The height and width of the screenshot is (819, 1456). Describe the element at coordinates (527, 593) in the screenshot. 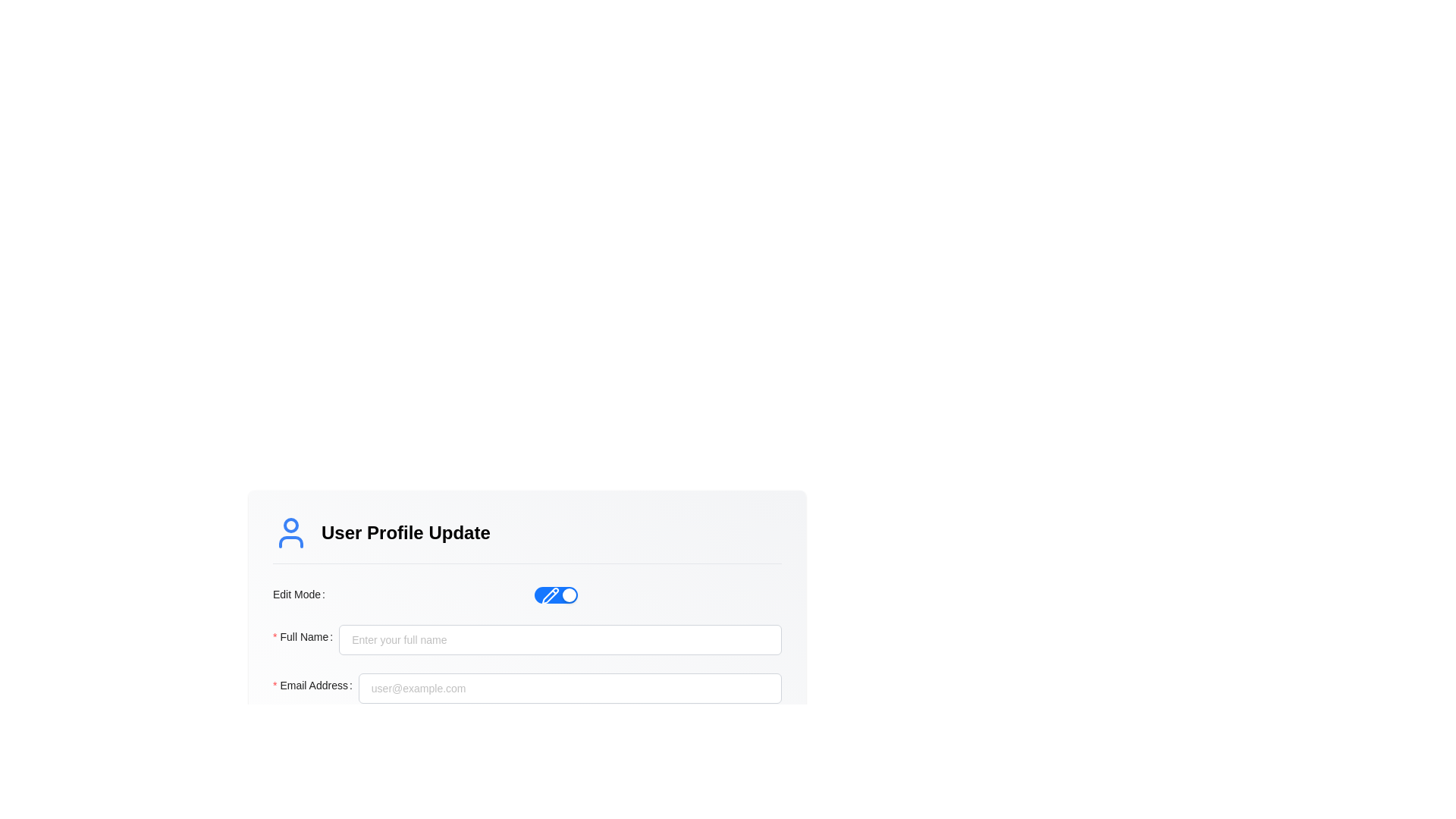

I see `the blue and white toggle switch labeled 'Edit Mode' within the 'User Profile Update' form` at that location.